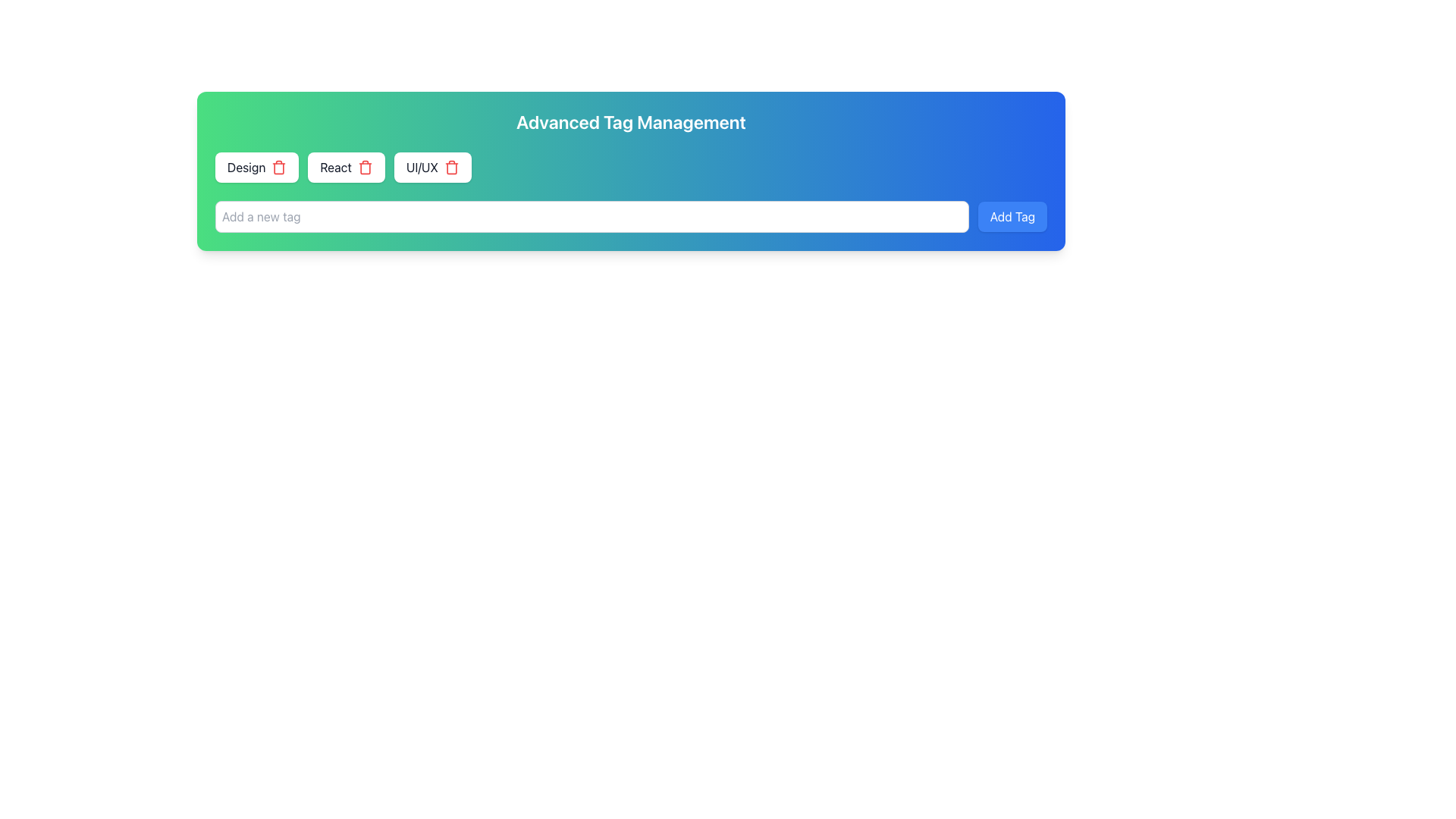 The height and width of the screenshot is (819, 1456). What do you see at coordinates (631, 121) in the screenshot?
I see `the title text element located at the top-center of the panel with a green-to-blue gradient background, which serves to inform users about the purpose of the section` at bounding box center [631, 121].